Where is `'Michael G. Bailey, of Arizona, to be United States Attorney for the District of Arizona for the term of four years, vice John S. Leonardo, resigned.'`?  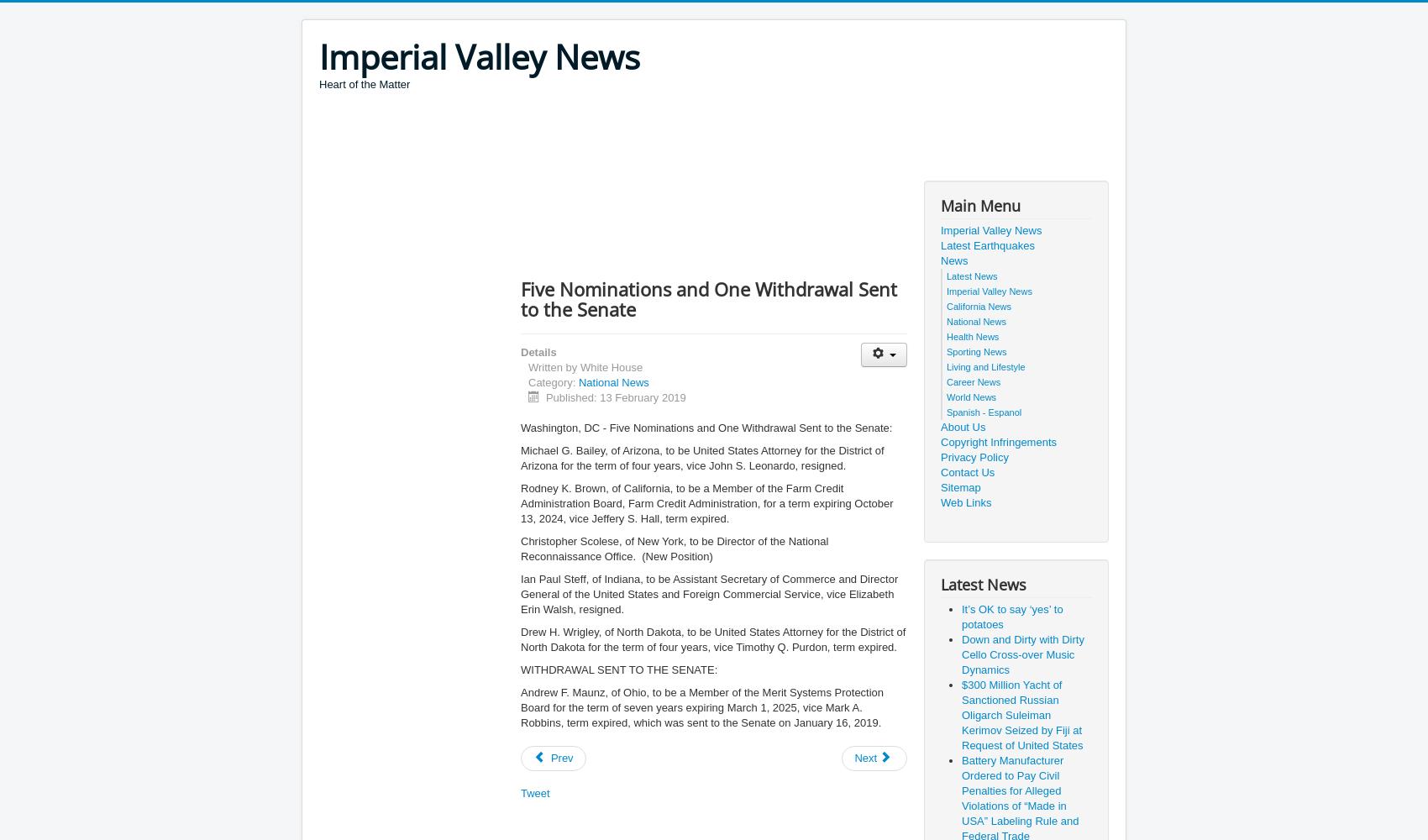 'Michael G. Bailey, of Arizona, to be United States Attorney for the District of Arizona for the term of four years, vice John S. Leonardo, resigned.' is located at coordinates (701, 458).